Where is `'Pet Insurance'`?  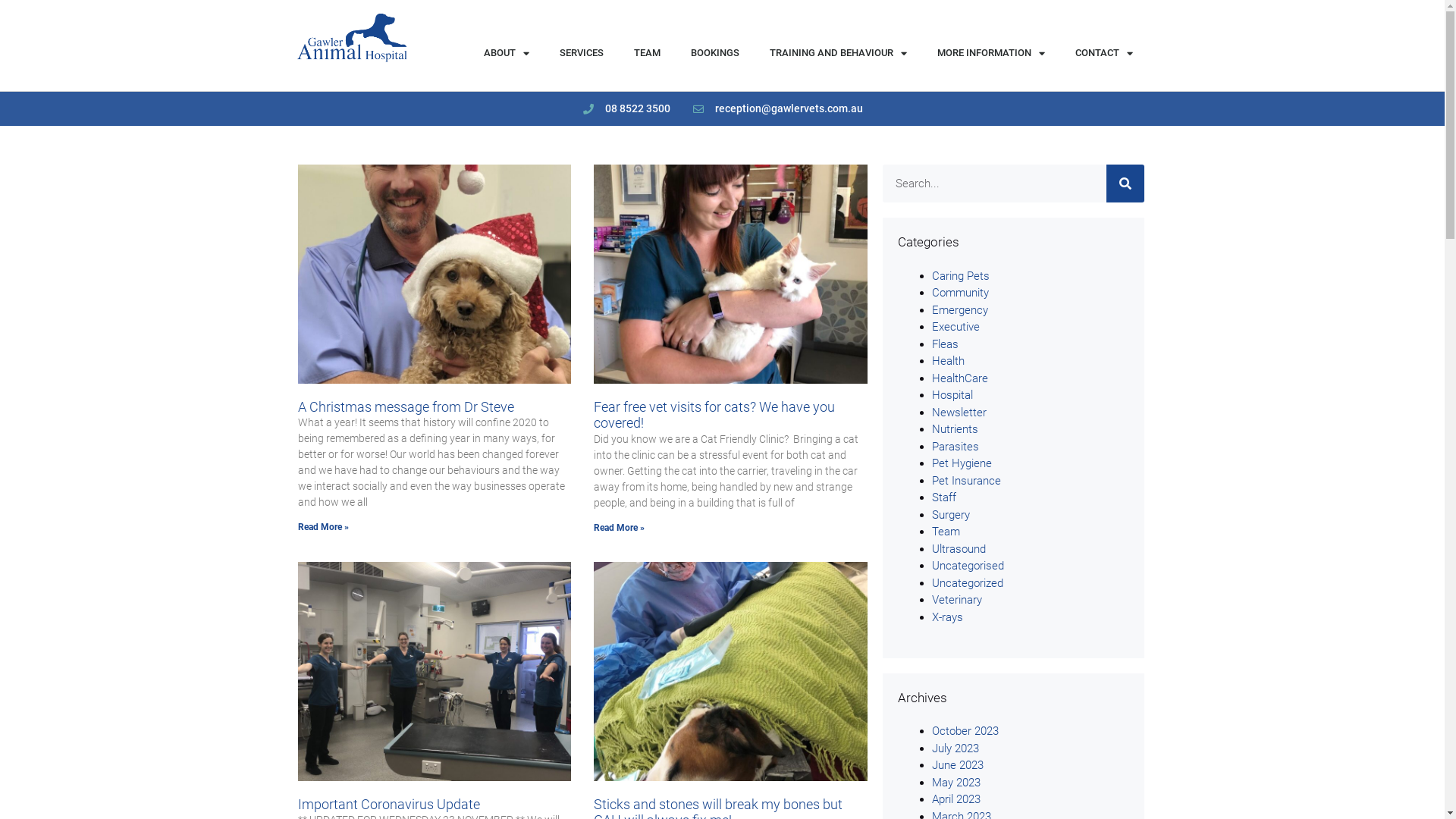
'Pet Insurance' is located at coordinates (965, 479).